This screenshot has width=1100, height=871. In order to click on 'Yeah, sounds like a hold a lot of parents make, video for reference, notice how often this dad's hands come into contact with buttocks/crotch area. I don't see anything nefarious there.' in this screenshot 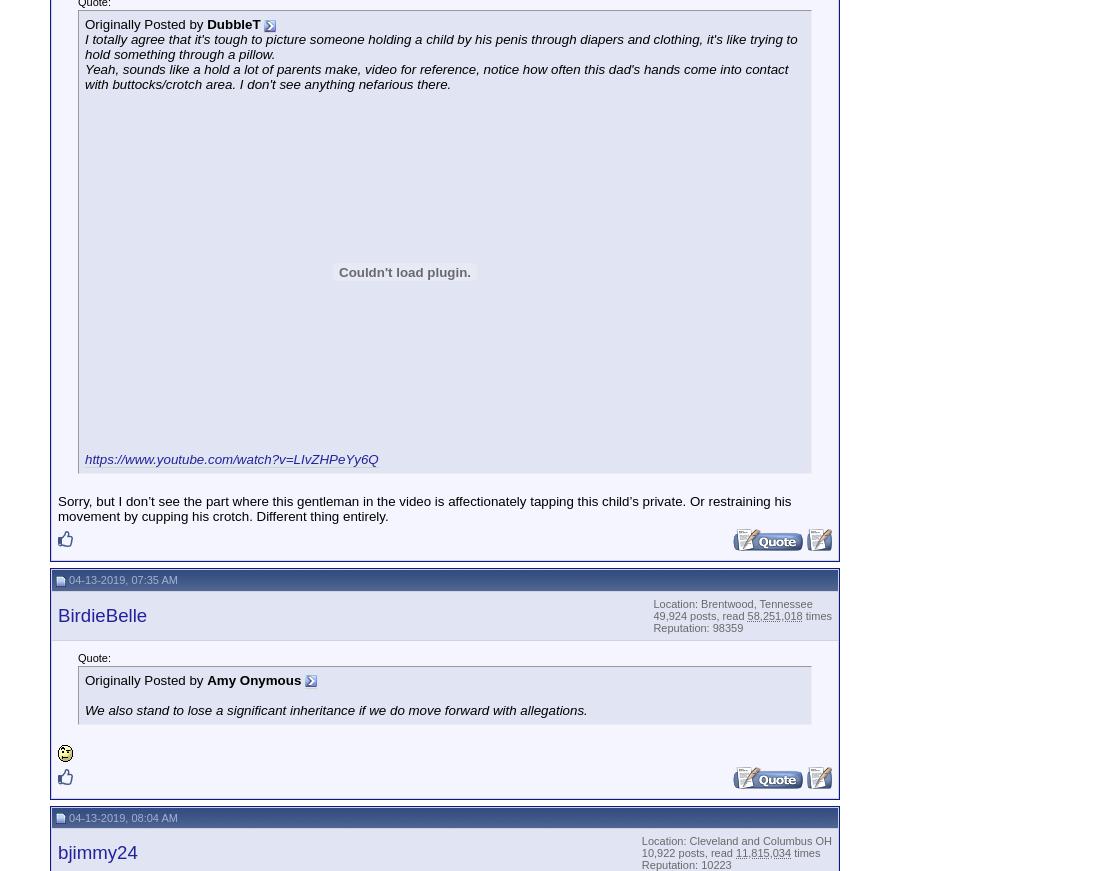, I will do `click(435, 75)`.